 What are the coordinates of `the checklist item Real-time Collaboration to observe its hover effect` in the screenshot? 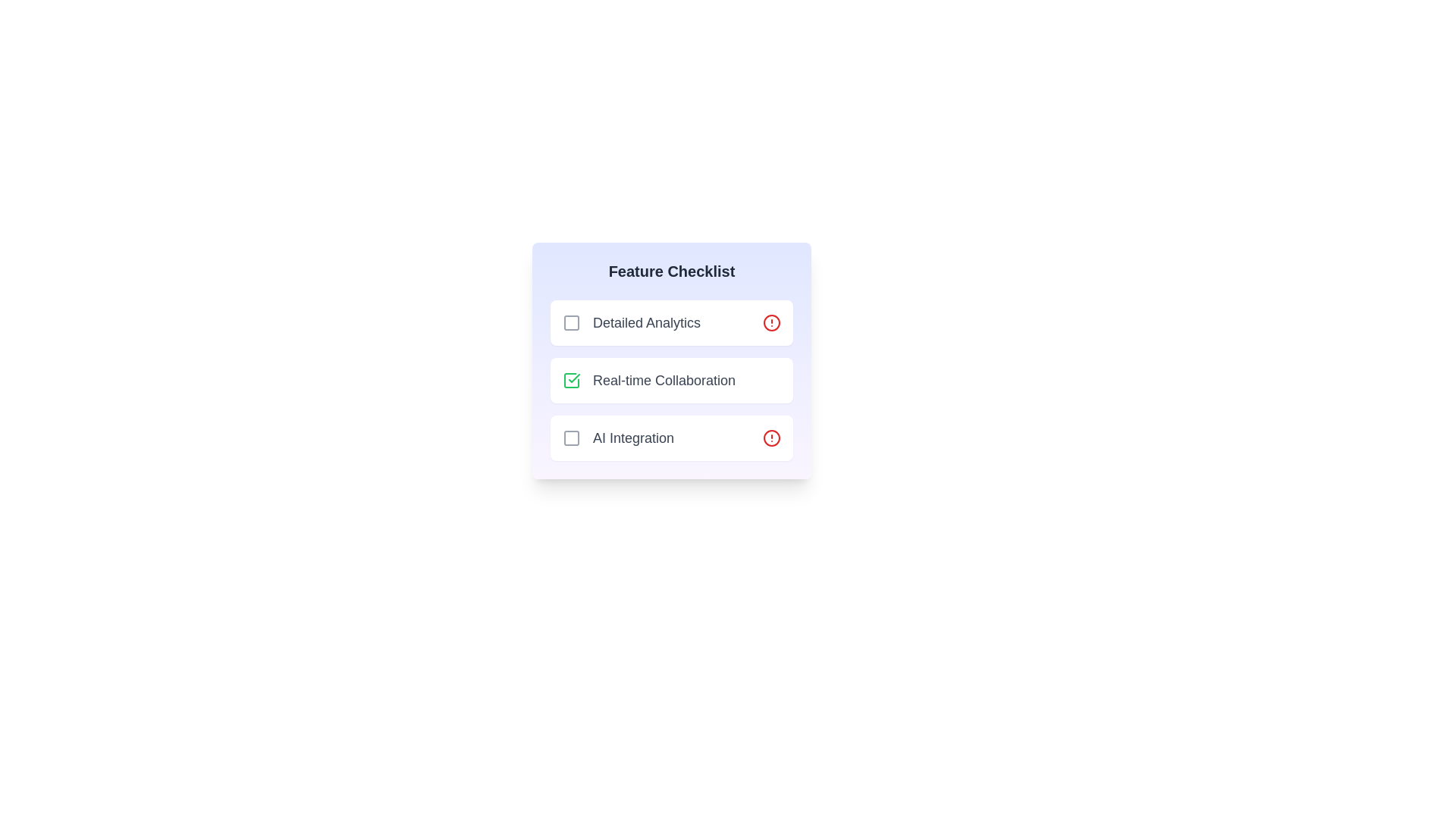 It's located at (671, 379).